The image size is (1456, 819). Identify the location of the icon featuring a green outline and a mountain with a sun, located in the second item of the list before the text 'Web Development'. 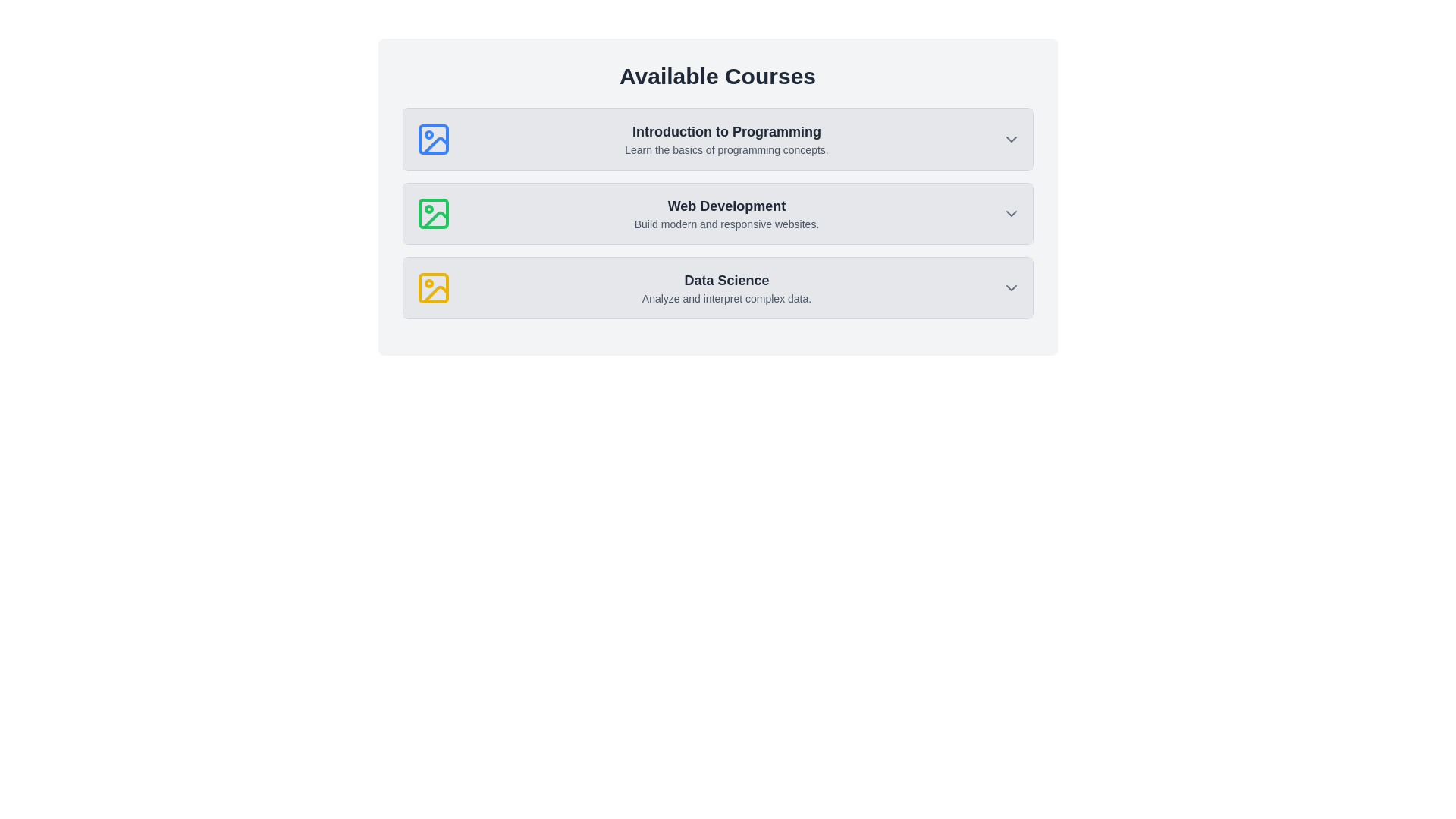
(432, 213).